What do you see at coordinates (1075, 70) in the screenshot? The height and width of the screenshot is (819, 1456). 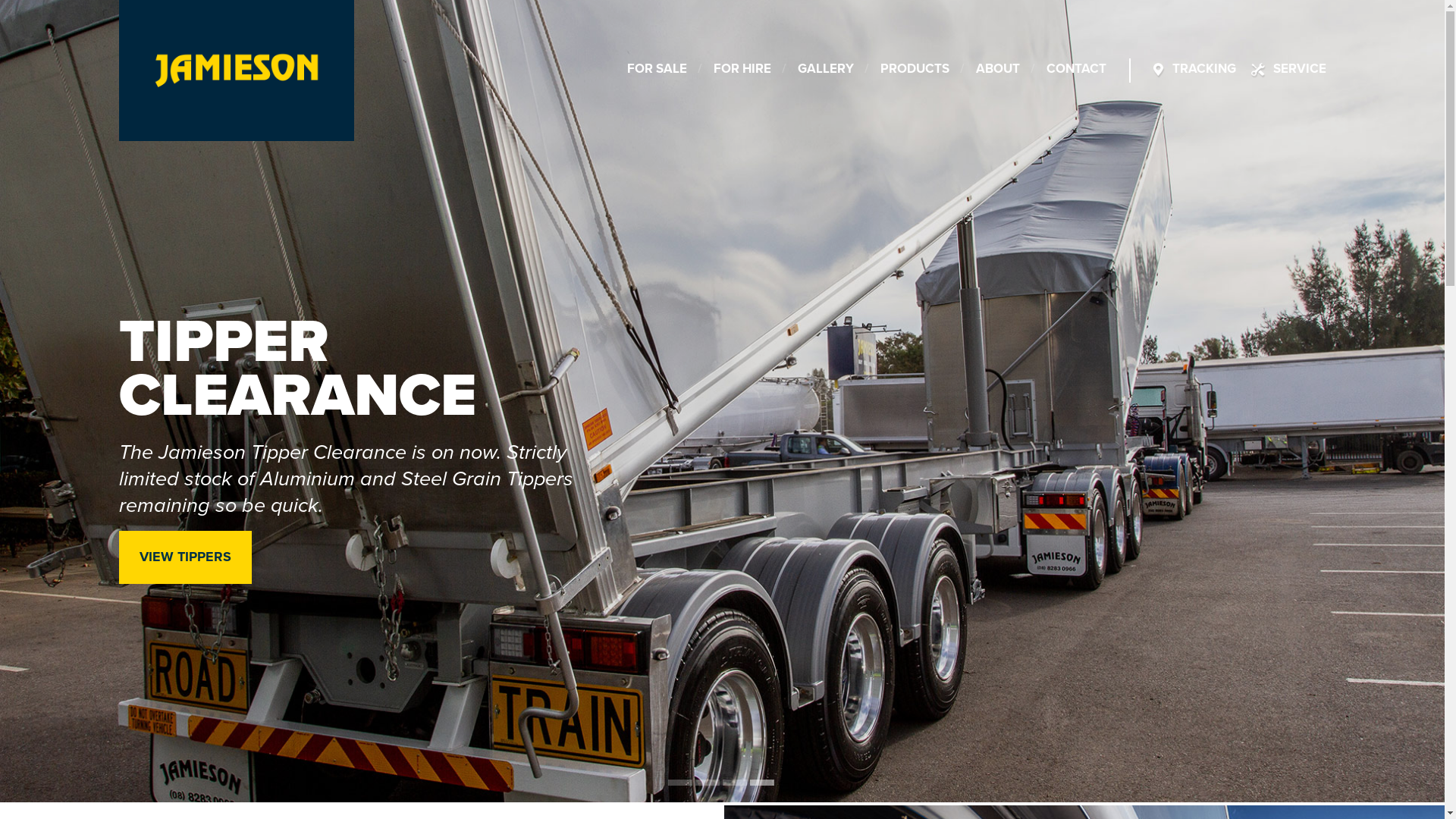 I see `'CONTACT'` at bounding box center [1075, 70].